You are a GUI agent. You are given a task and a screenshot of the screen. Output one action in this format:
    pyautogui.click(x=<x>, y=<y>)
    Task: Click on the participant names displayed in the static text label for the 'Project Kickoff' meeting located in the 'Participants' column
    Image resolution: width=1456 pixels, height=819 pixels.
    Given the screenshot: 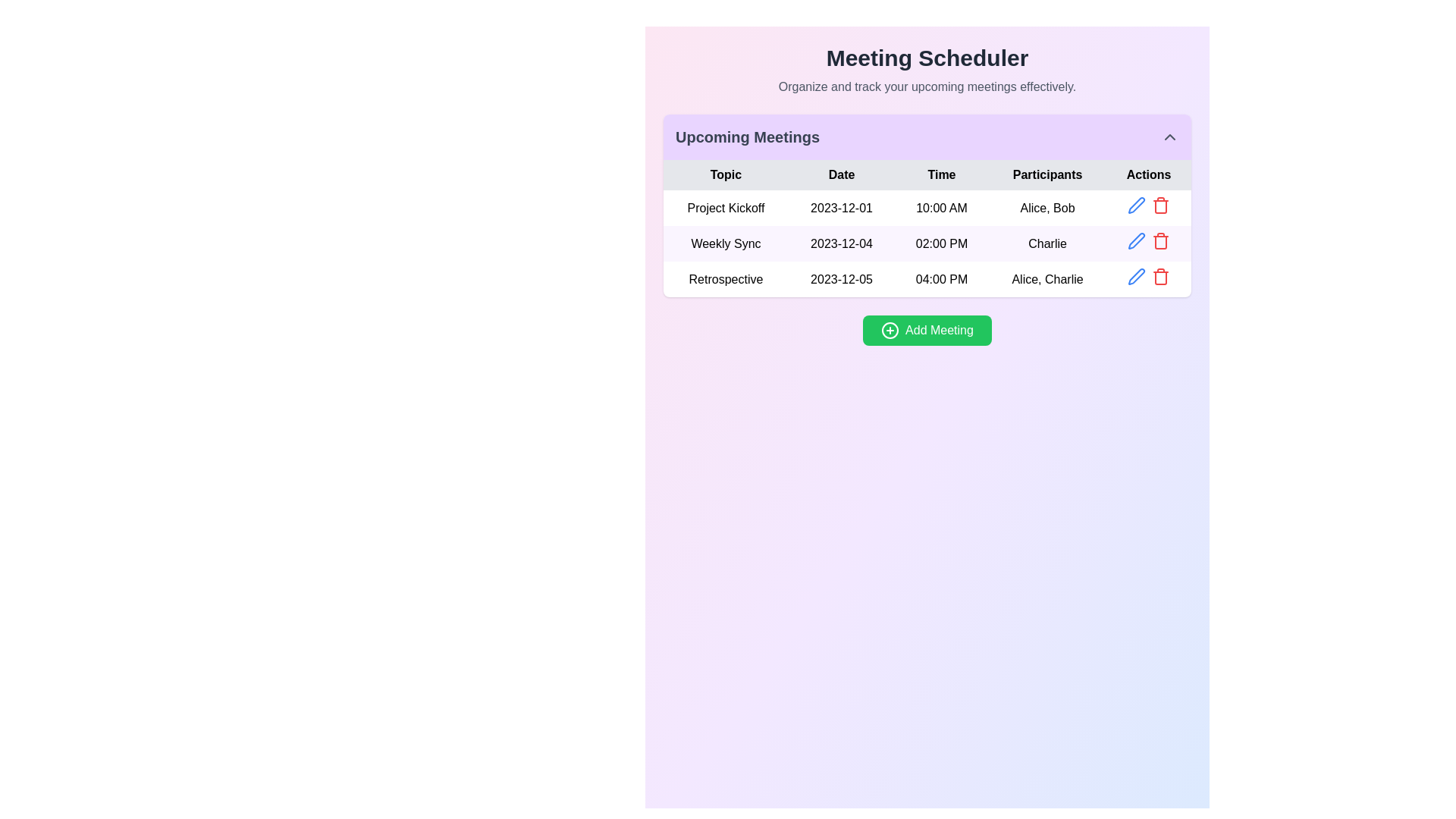 What is the action you would take?
    pyautogui.click(x=1046, y=208)
    